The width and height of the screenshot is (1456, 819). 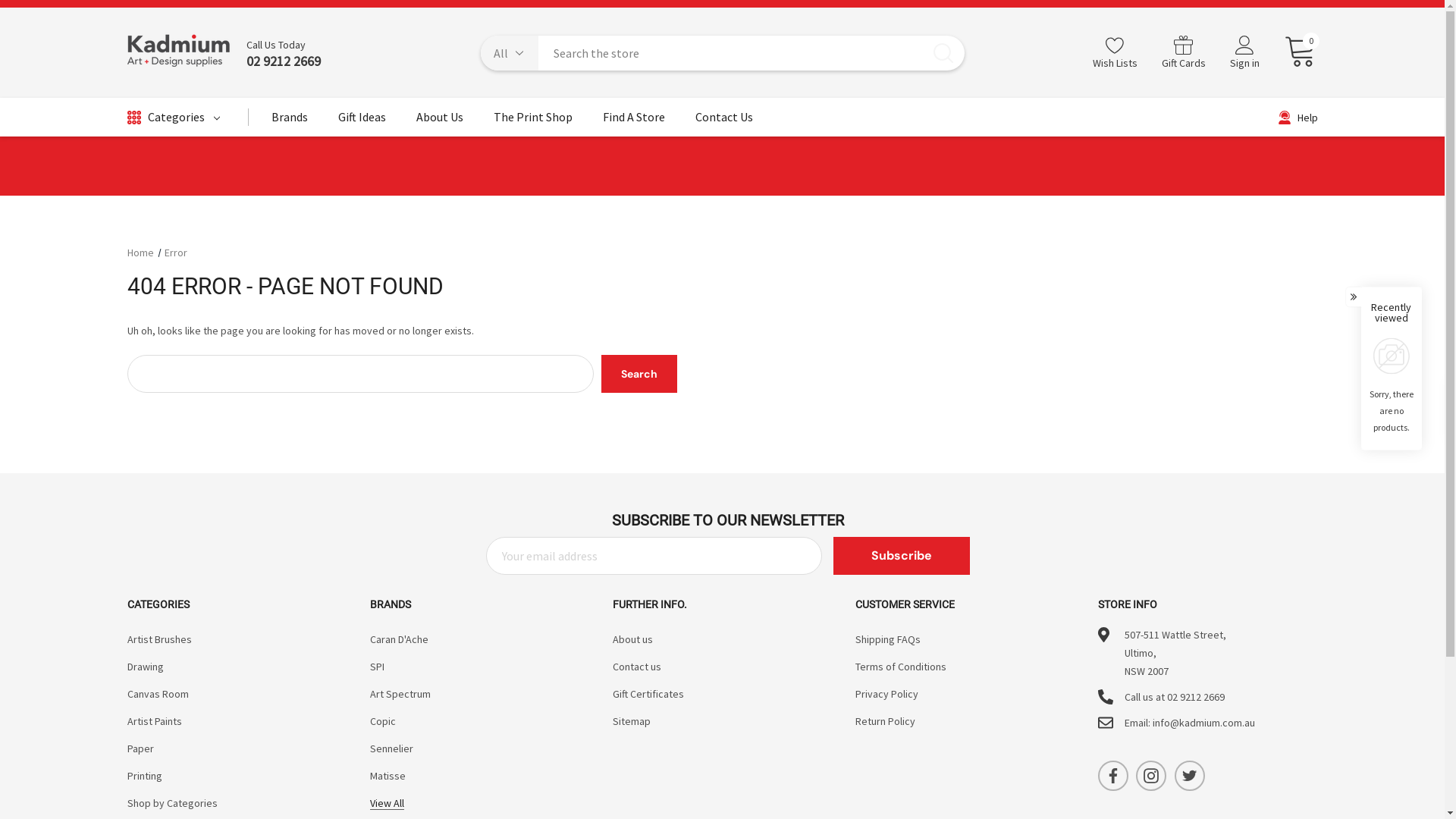 I want to click on 'The Print Shop', so click(x=492, y=120).